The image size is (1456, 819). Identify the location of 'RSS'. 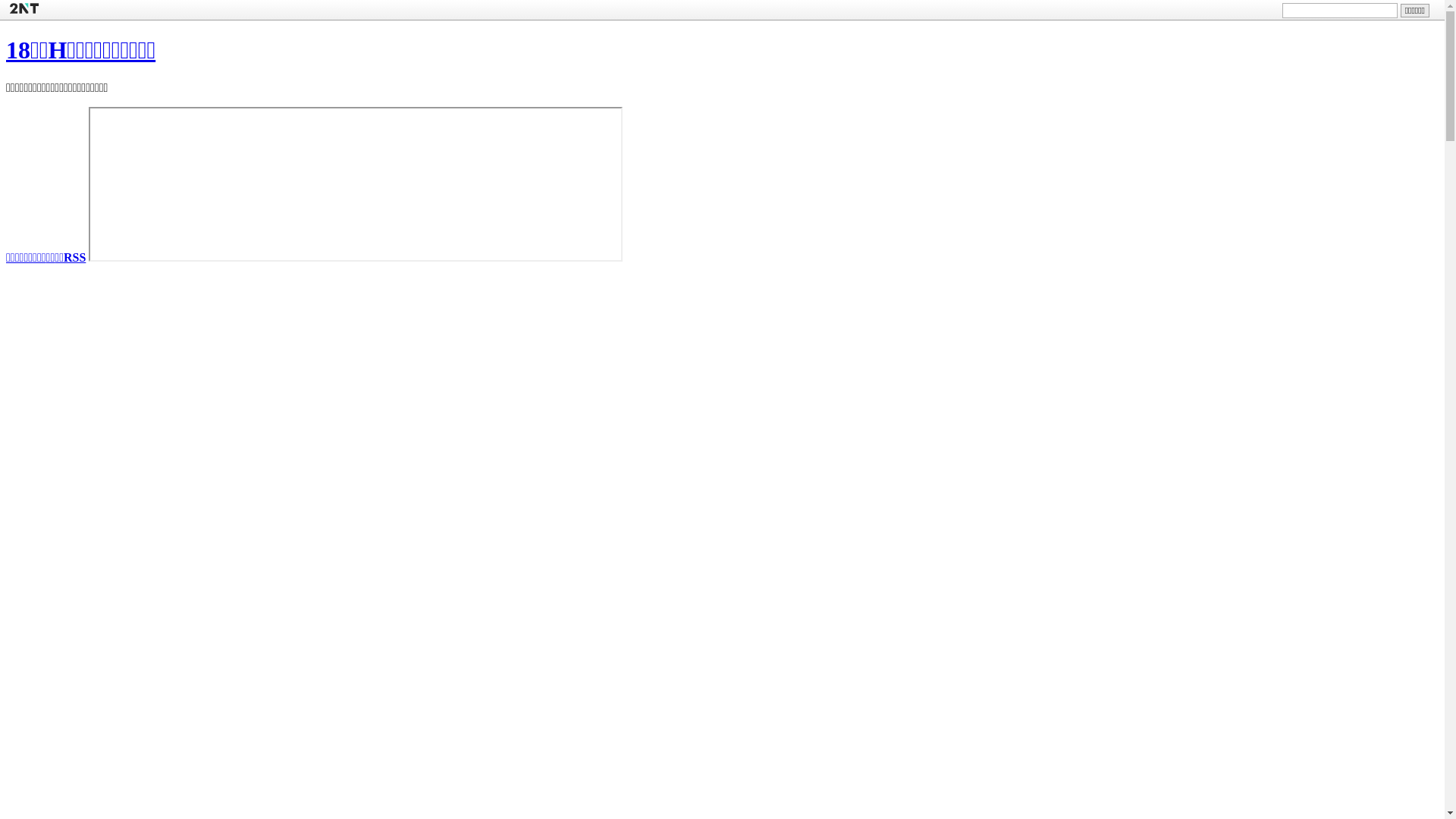
(74, 256).